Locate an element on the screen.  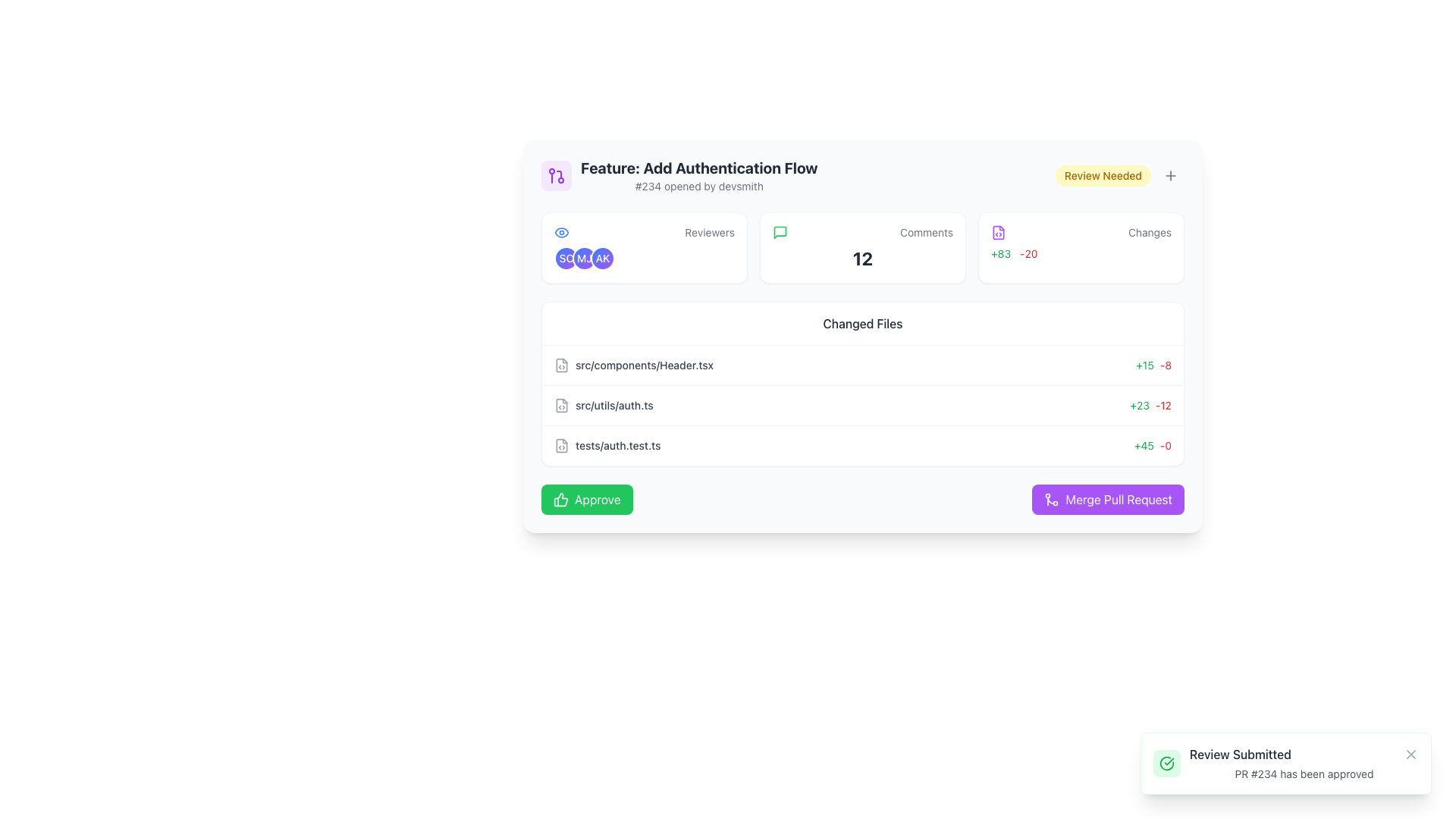
the text label indicating that pull request #234 has been approved, which is positioned under the 'Review Submitted' text in the notification box at the bottom-right corner of the interface is located at coordinates (1303, 774).